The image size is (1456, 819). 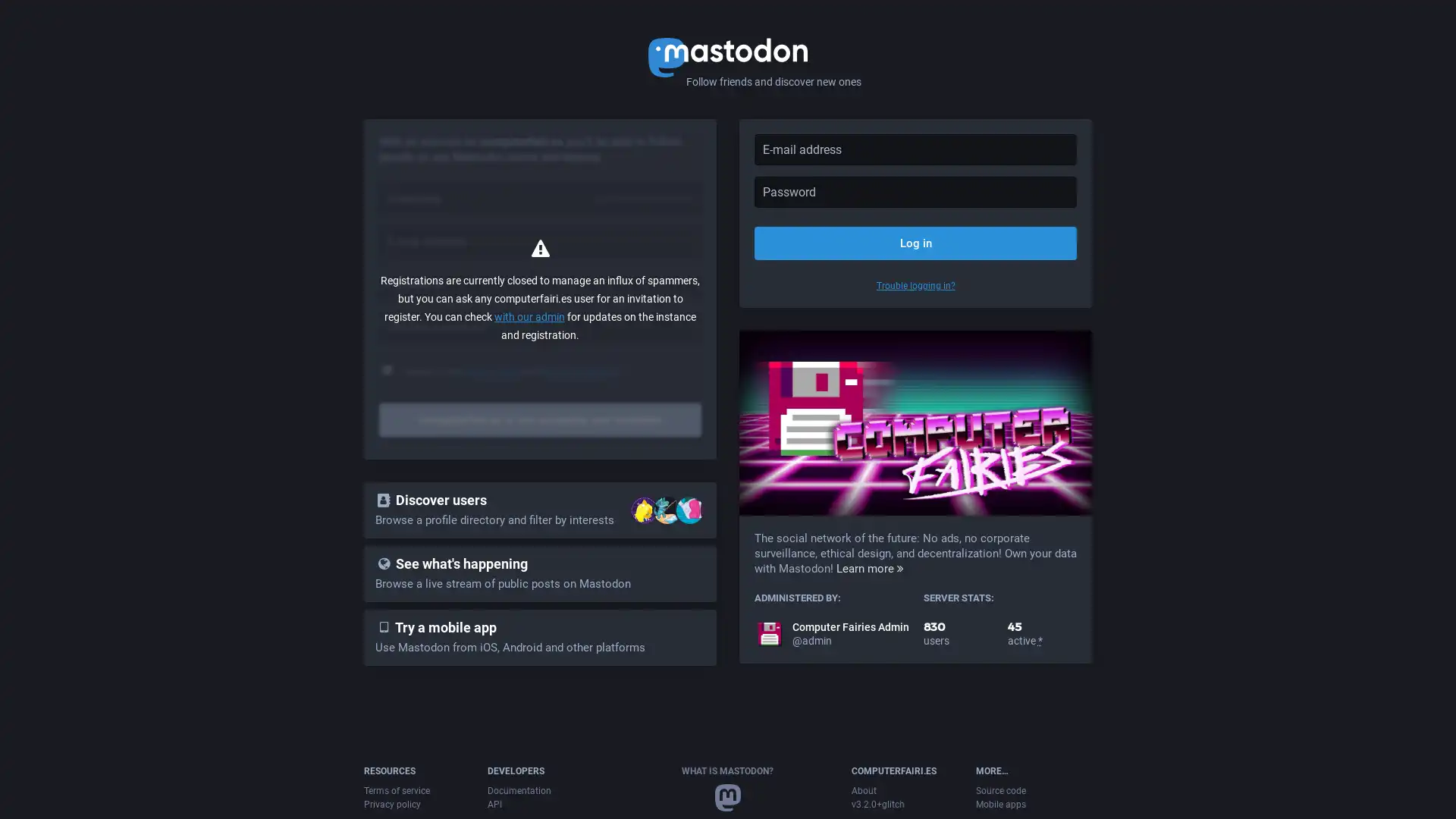 What do you see at coordinates (540, 420) in the screenshot?
I see `computerfairi.es is not accepting new members` at bounding box center [540, 420].